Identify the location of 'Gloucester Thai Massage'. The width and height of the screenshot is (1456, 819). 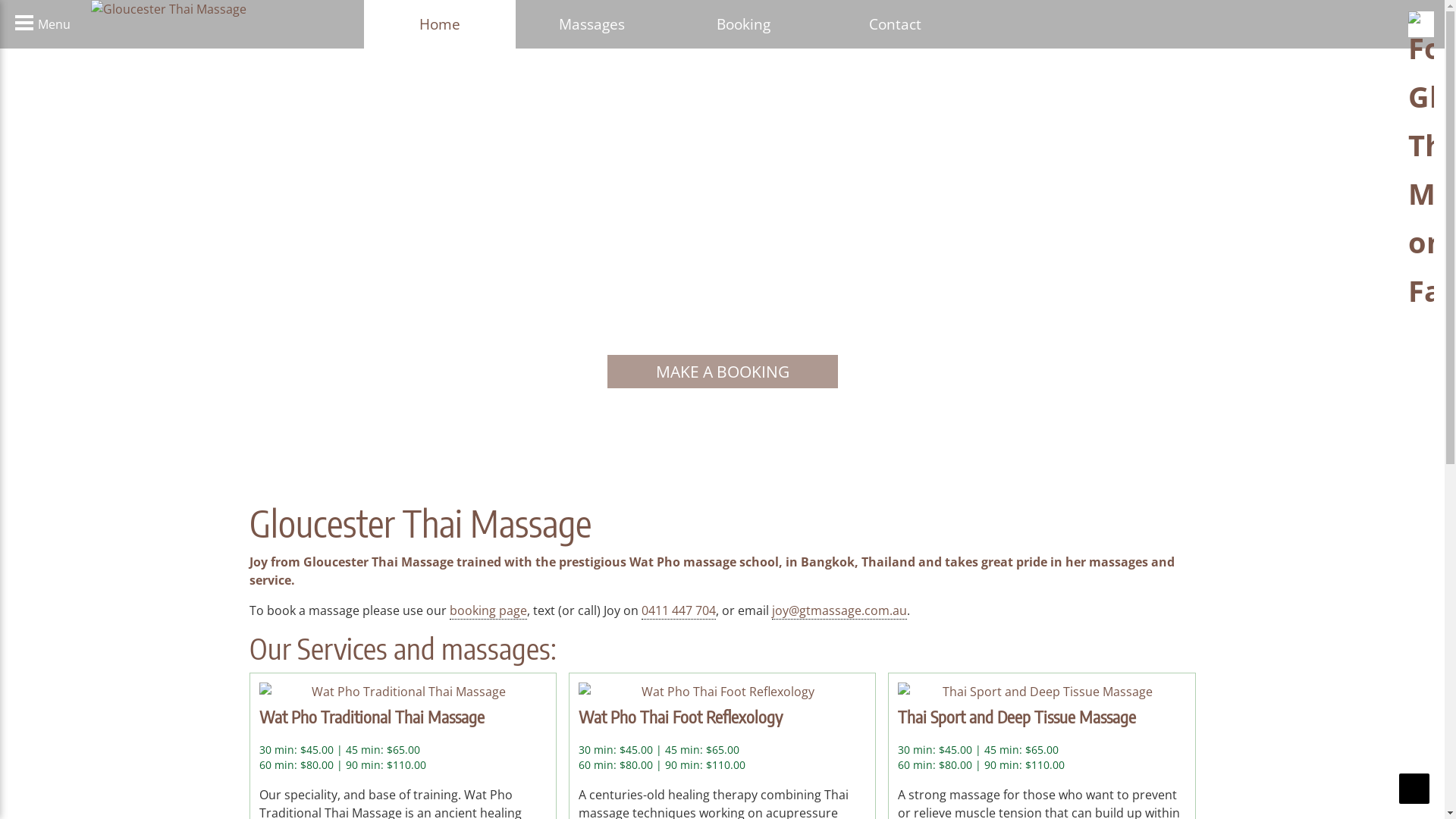
(211, 8).